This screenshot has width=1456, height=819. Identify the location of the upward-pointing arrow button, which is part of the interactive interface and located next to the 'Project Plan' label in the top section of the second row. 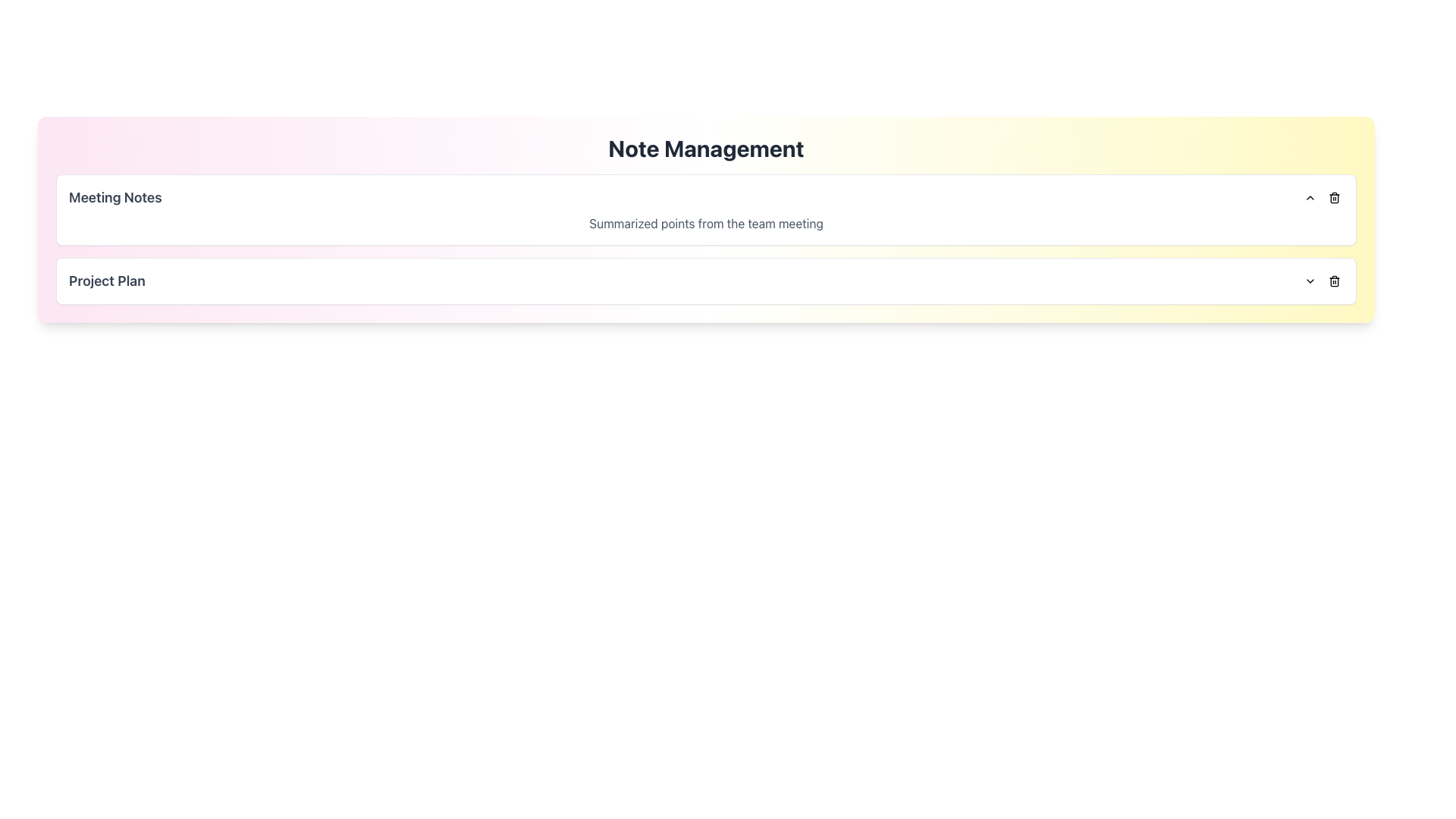
(1310, 197).